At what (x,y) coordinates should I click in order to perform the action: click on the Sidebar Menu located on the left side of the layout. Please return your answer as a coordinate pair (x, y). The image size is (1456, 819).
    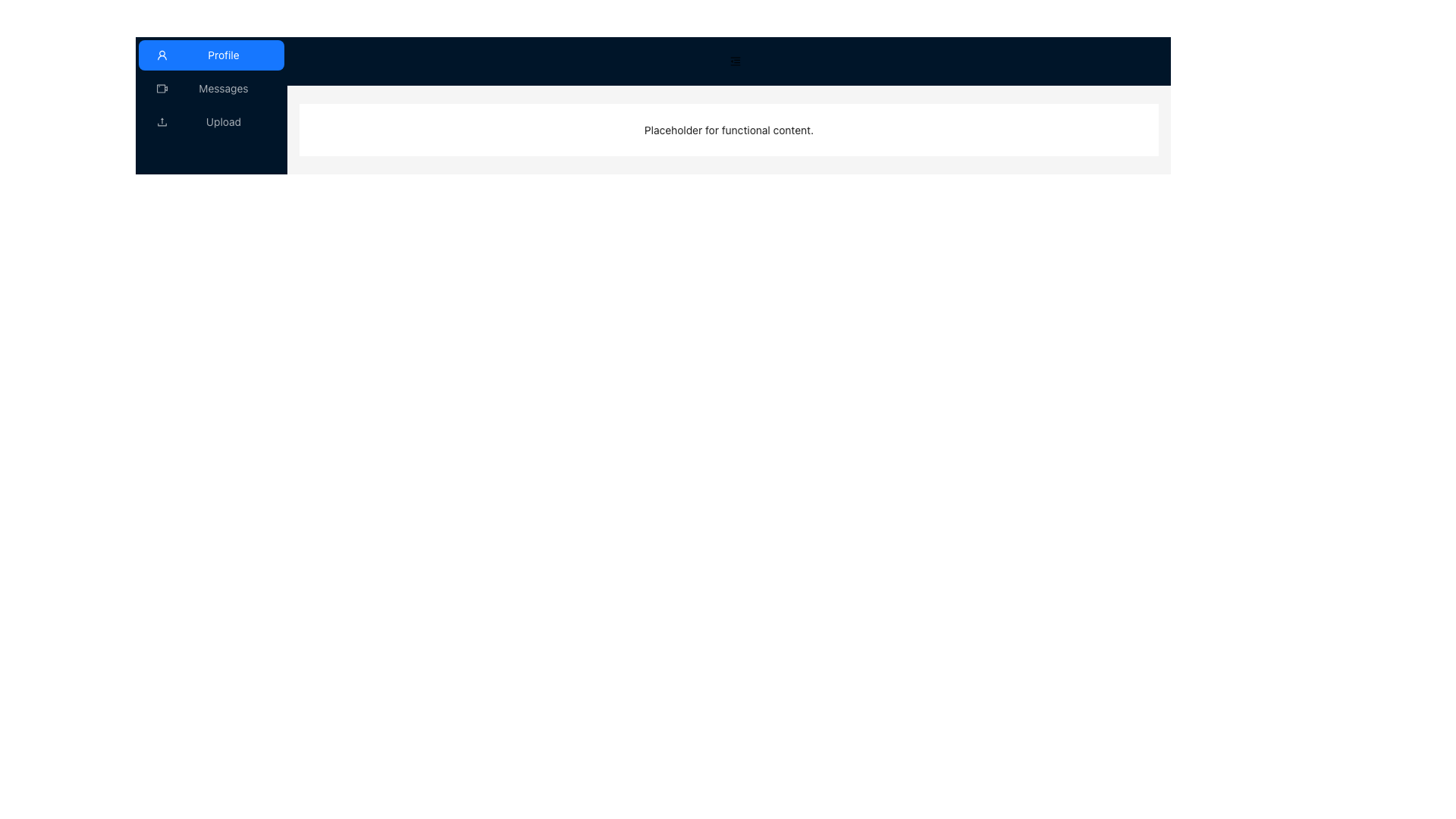
    Looking at the image, I should click on (210, 104).